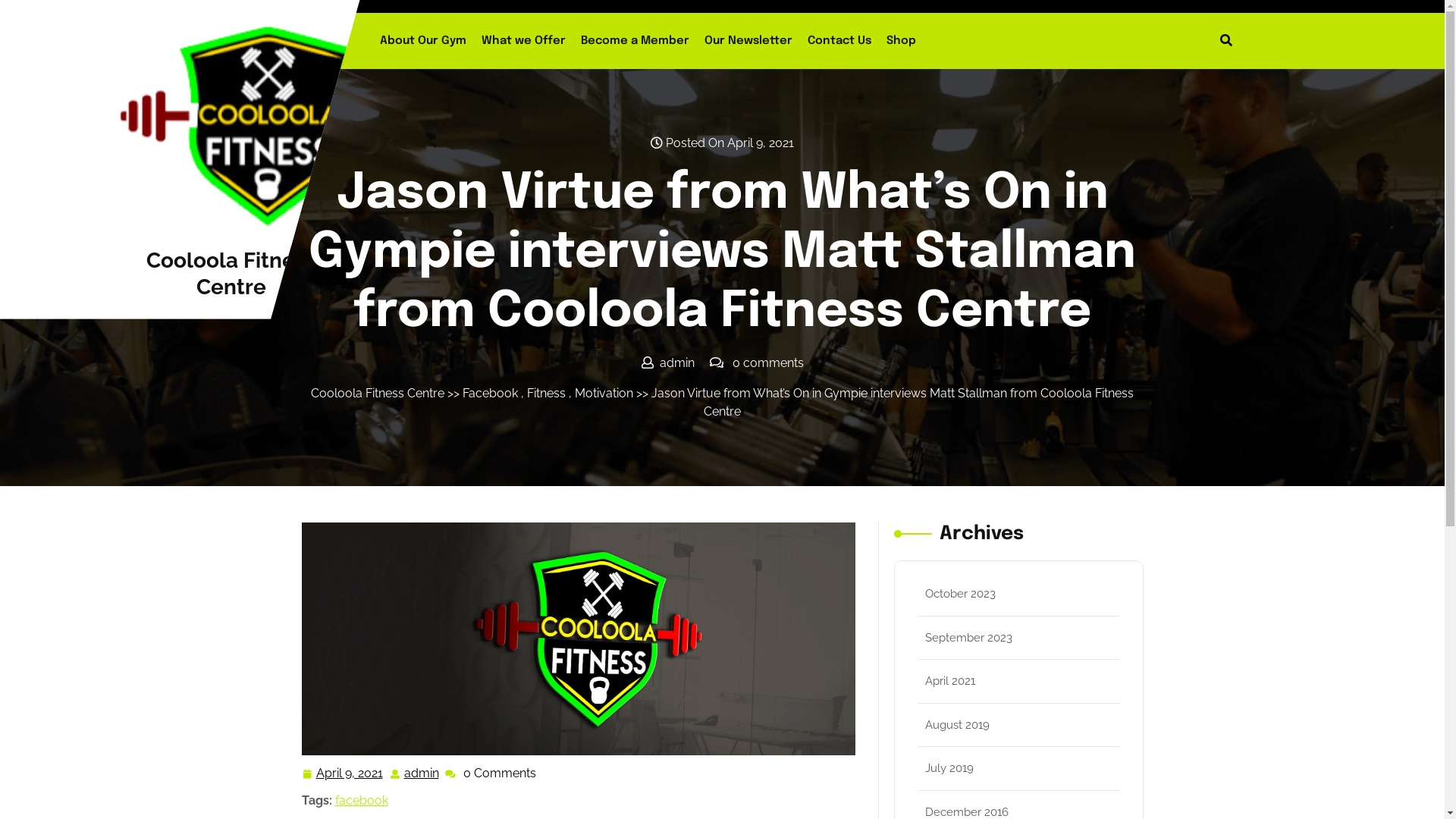 The image size is (1456, 819). Describe the element at coordinates (490, 392) in the screenshot. I see `'Facebook'` at that location.